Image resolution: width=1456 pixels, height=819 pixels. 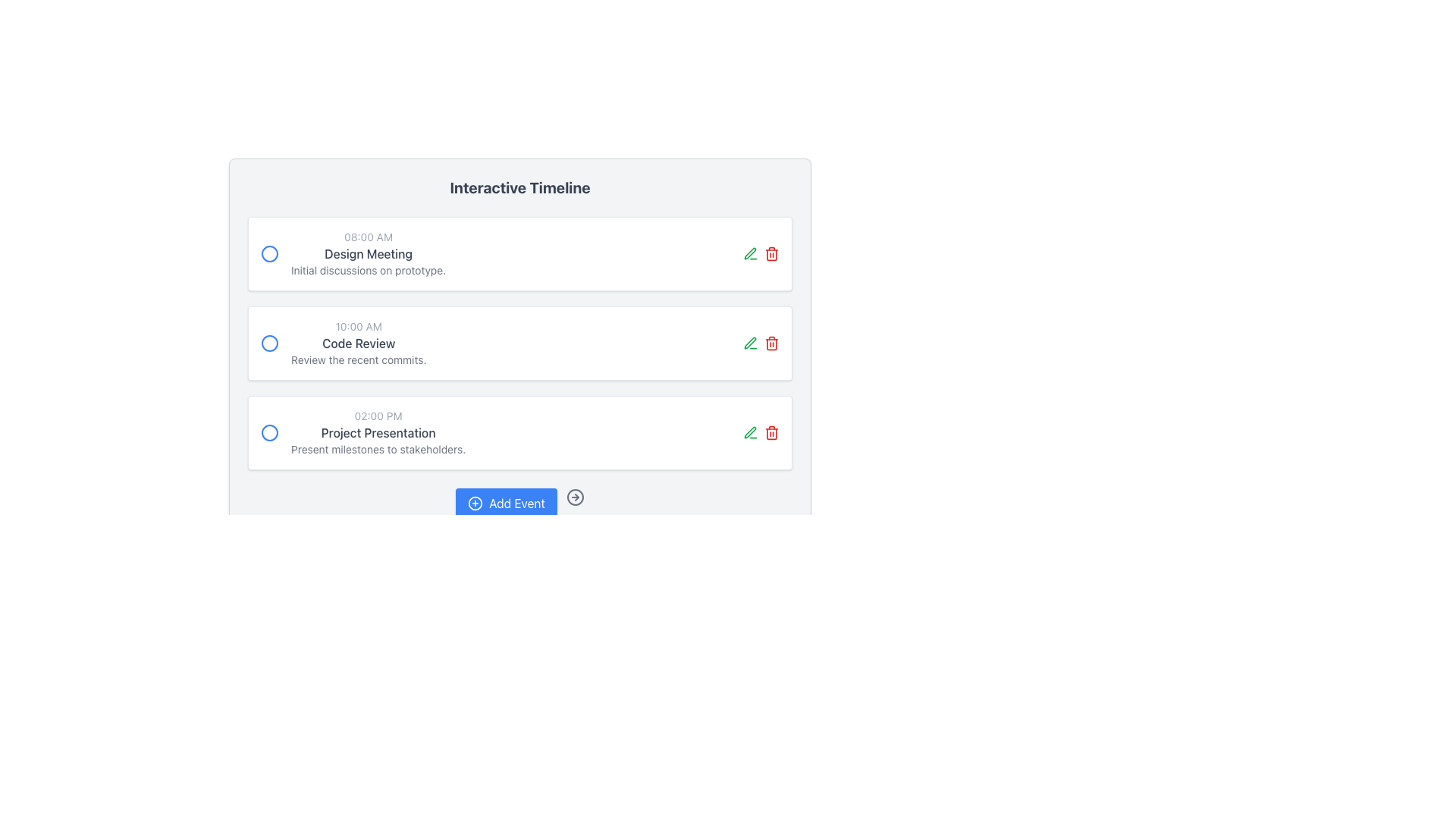 I want to click on the text block containing the timestamp '10:00 AM', the title 'Code Review', and the description 'Review the recent commits.', so click(x=358, y=343).